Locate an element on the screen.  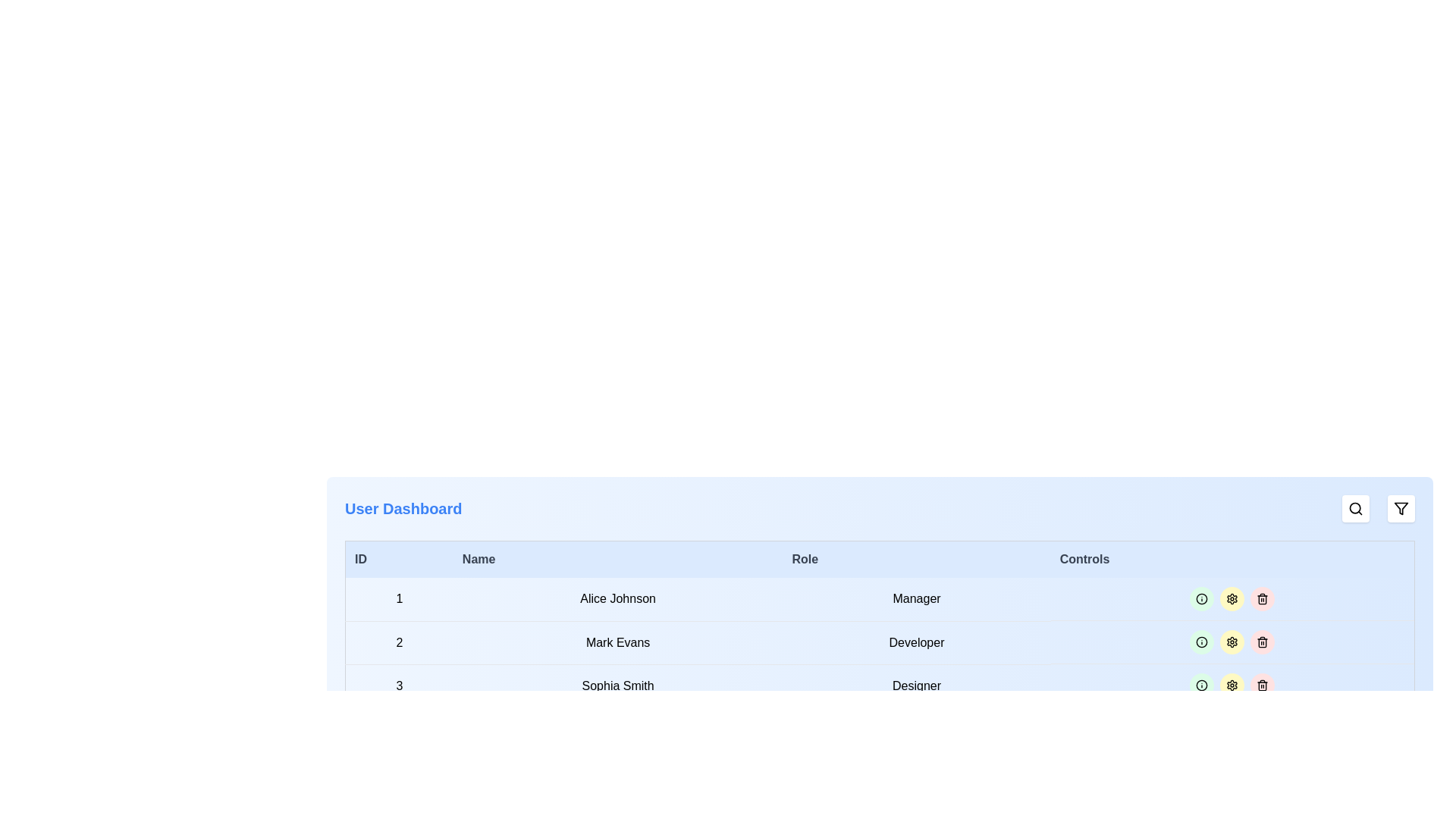
the filter icon, which is a triangular-shaped graphical component resembling a funnel, located in the upper-right corner of the blue interface is located at coordinates (1401, 509).